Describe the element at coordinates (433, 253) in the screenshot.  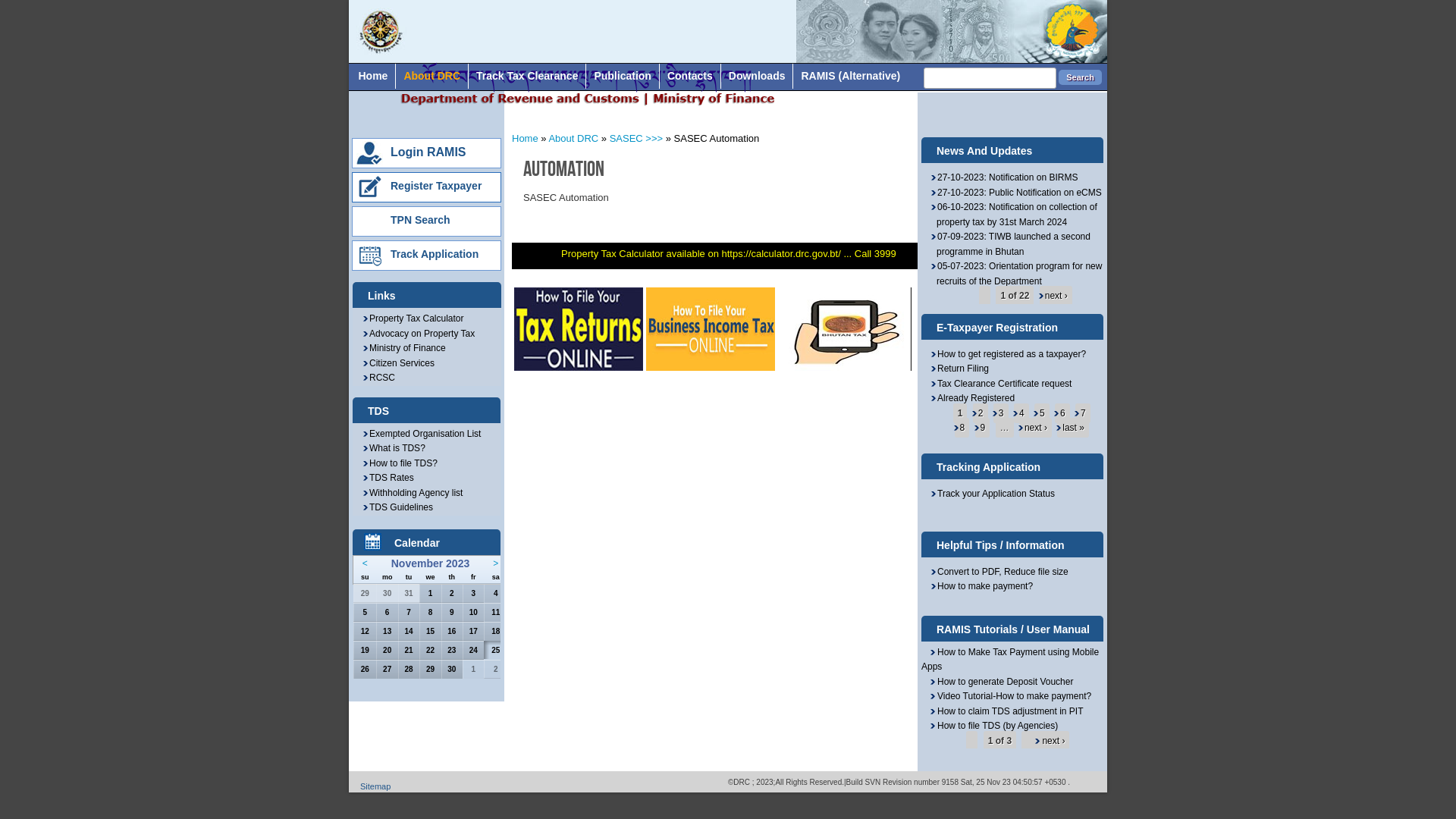
I see `'Track Application'` at that location.